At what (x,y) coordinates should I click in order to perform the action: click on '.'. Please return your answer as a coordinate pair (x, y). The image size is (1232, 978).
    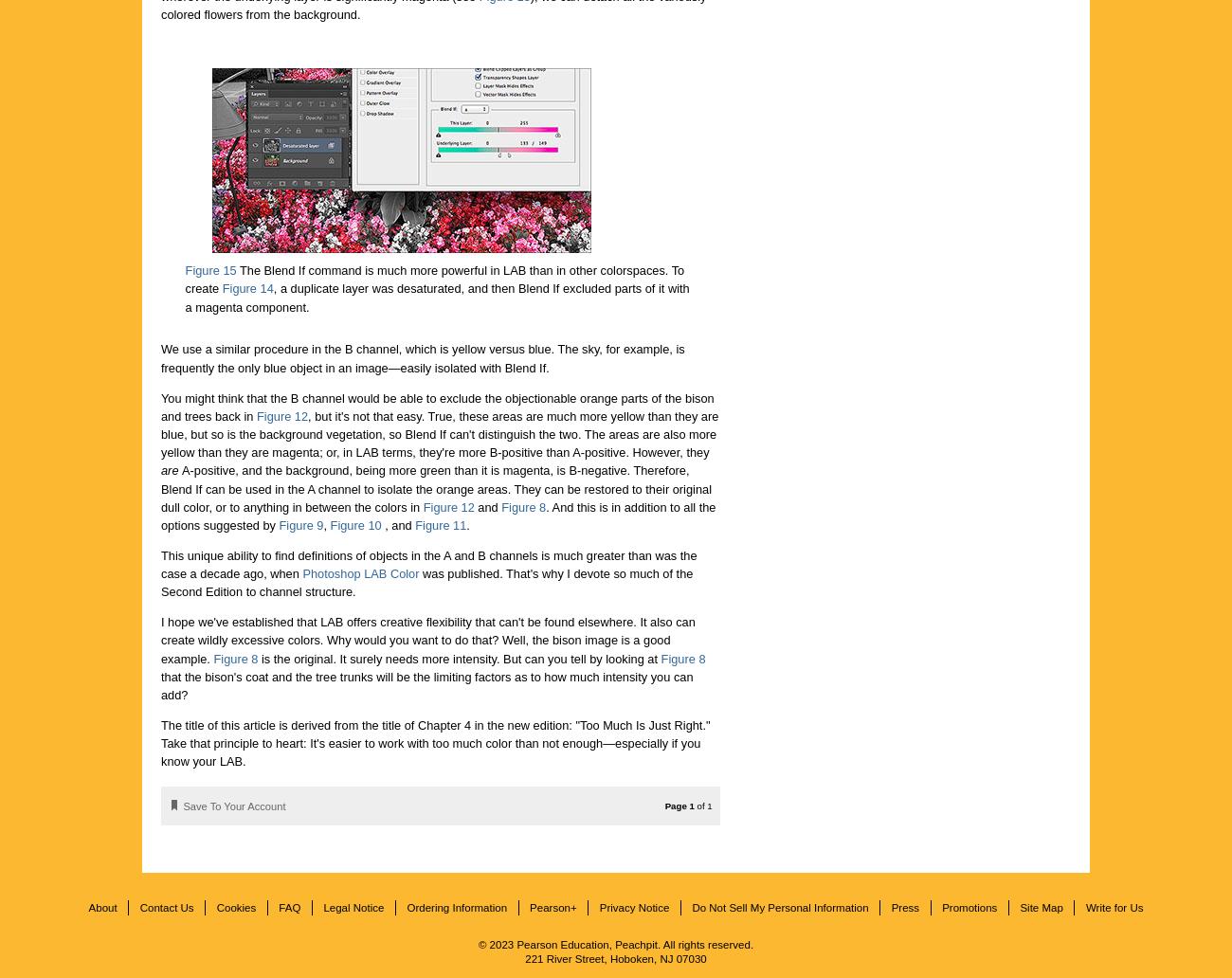
    Looking at the image, I should click on (467, 524).